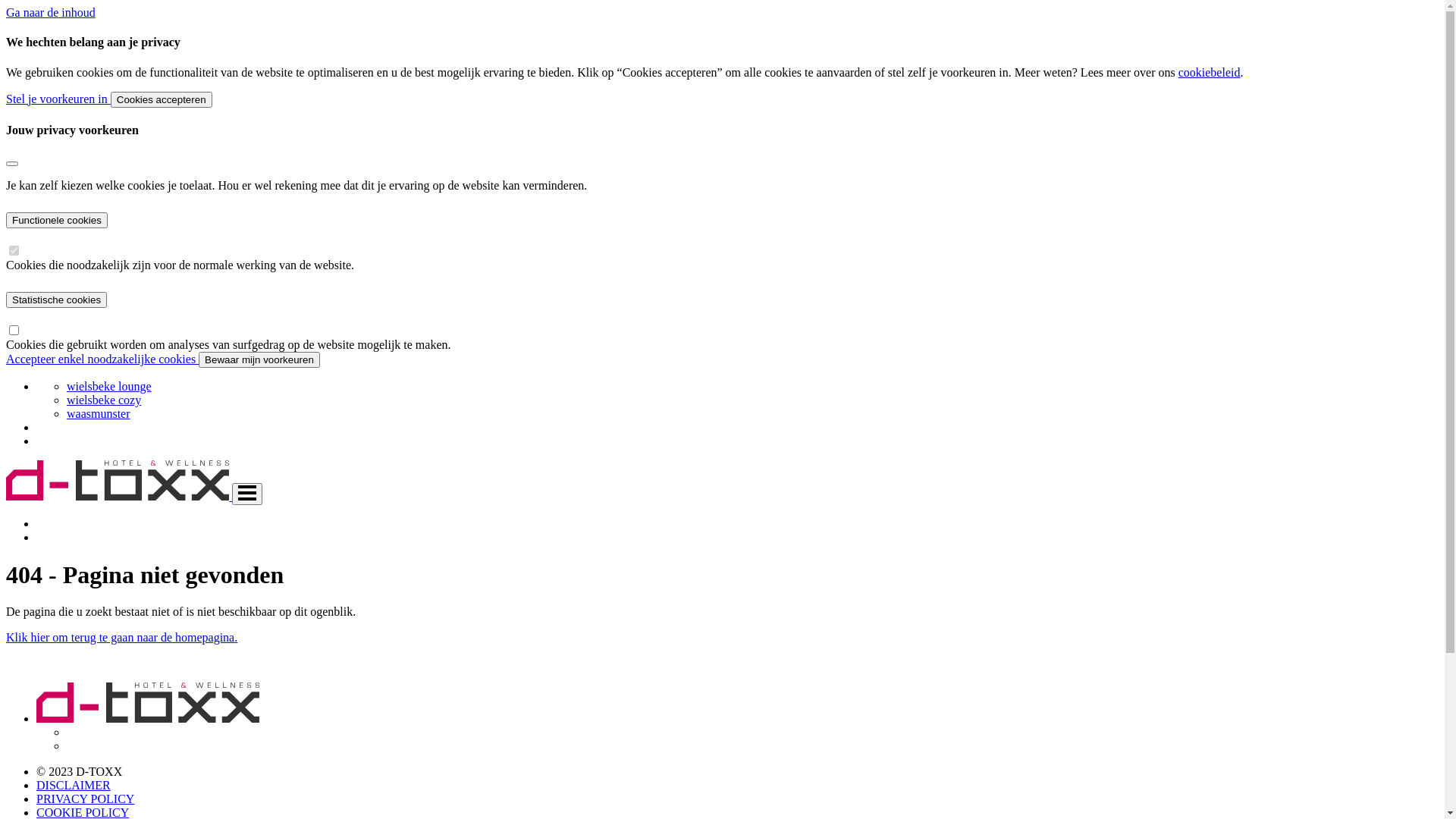 The width and height of the screenshot is (1456, 819). Describe the element at coordinates (58, 99) in the screenshot. I see `'Stel je voorkeuren in'` at that location.